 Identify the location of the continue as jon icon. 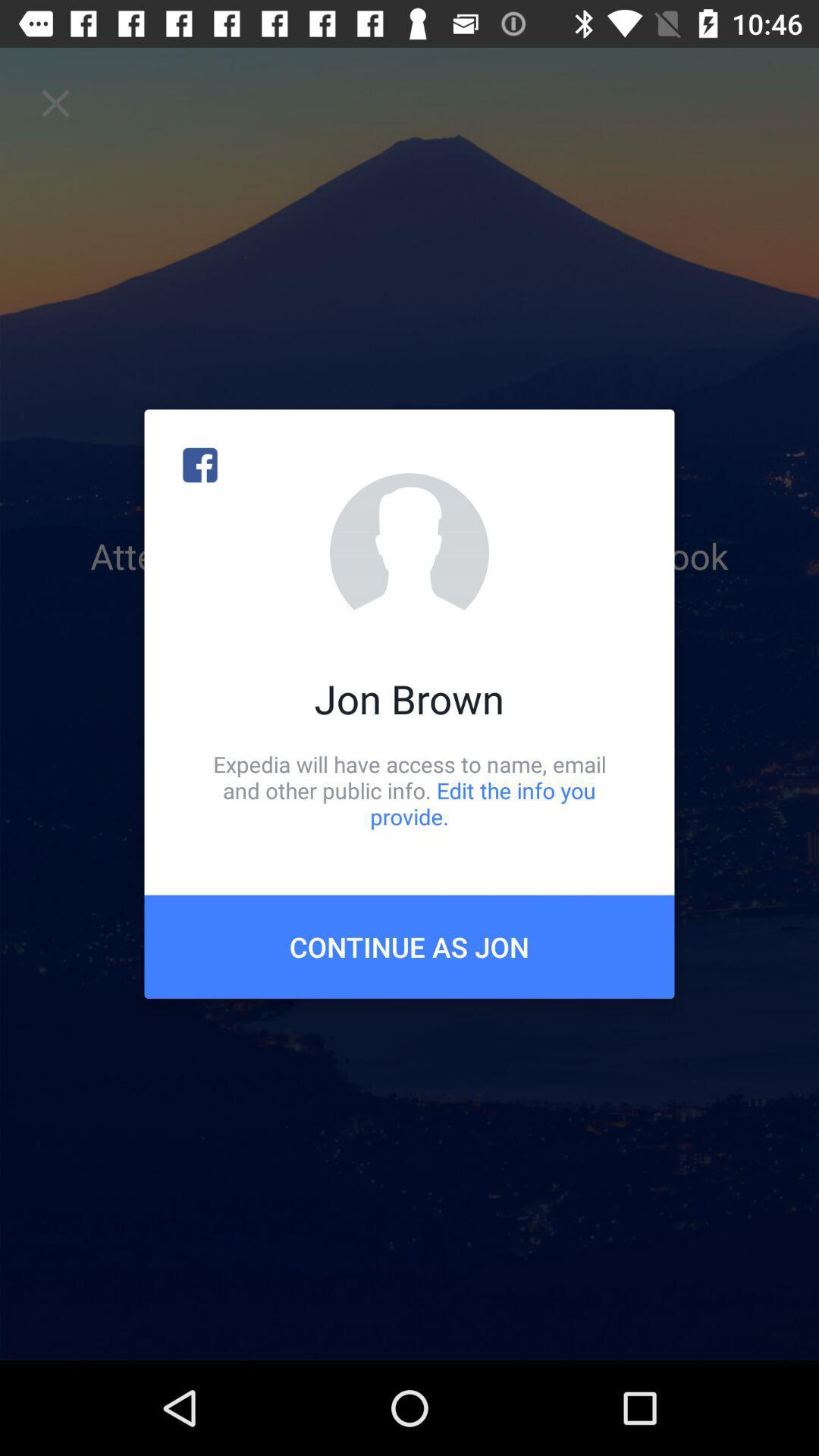
(409, 946).